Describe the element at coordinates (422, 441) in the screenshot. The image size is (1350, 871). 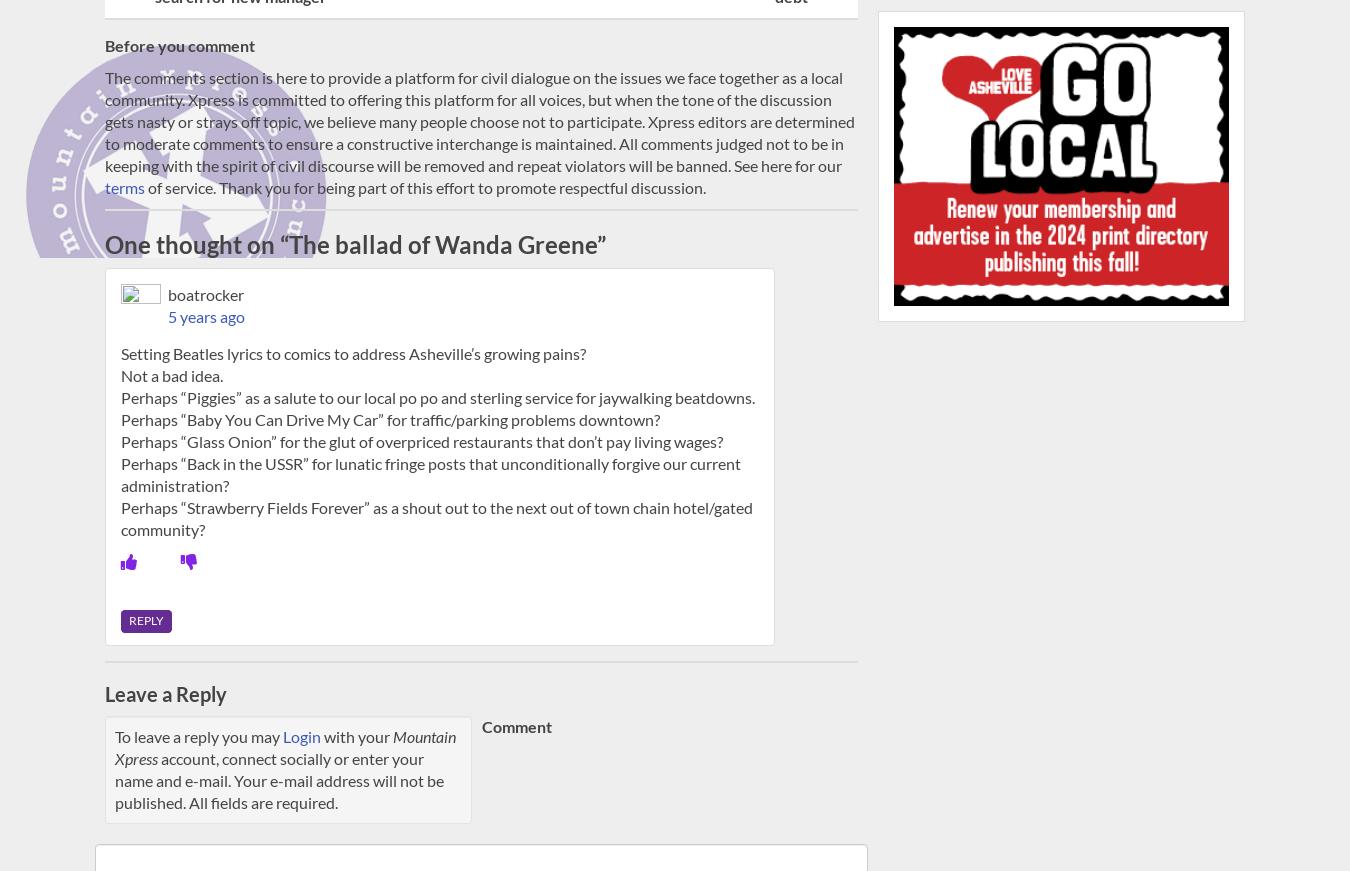
I see `'Perhaps “Glass Onion” for the glut of overpriced restaurants that don’t pay living wages?'` at that location.